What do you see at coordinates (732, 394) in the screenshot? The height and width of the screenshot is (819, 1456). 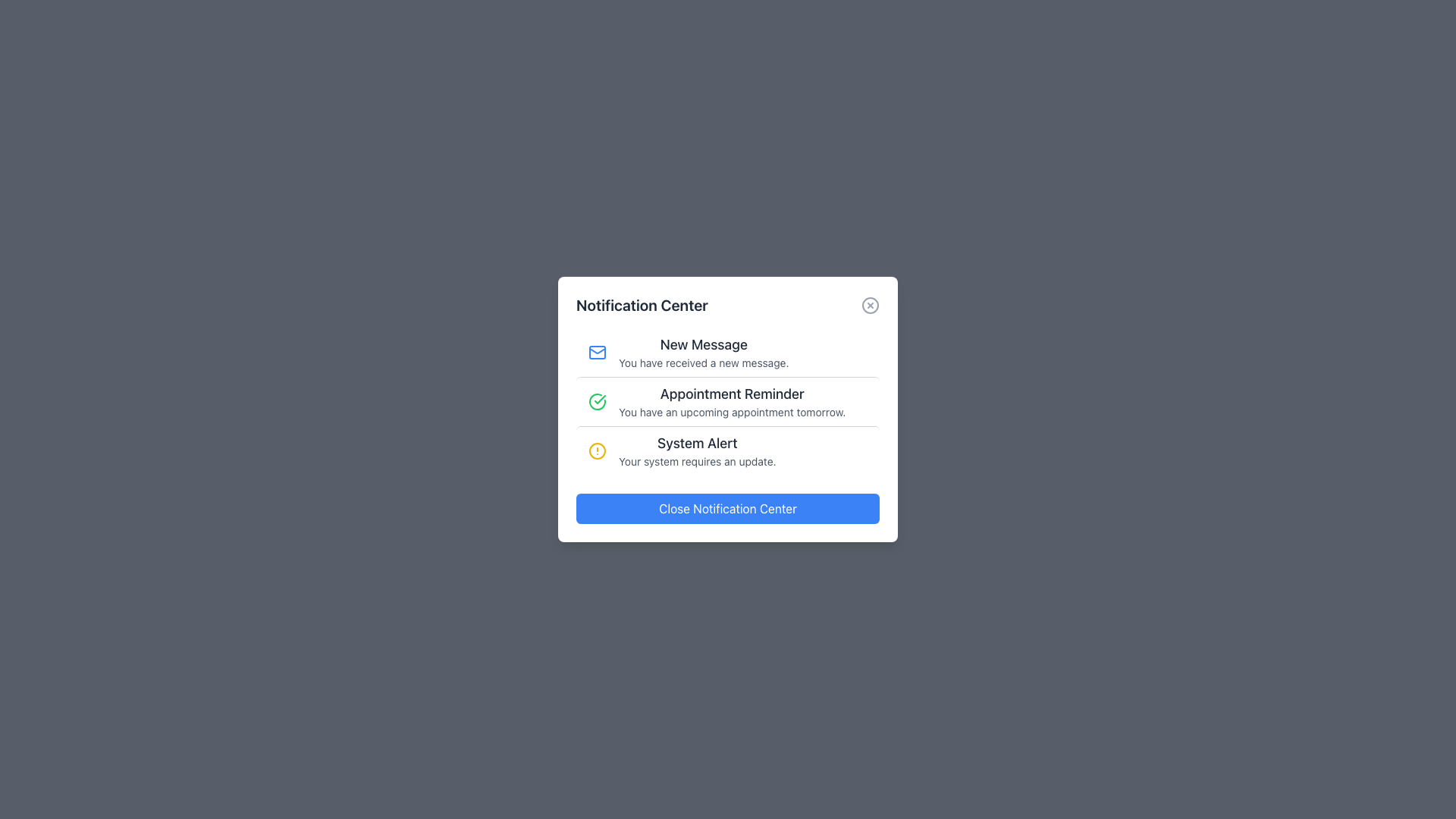 I see `the Text Label that serves as the title of a notification message, located in the middle section of the notification box under 'Notification Center'` at bounding box center [732, 394].